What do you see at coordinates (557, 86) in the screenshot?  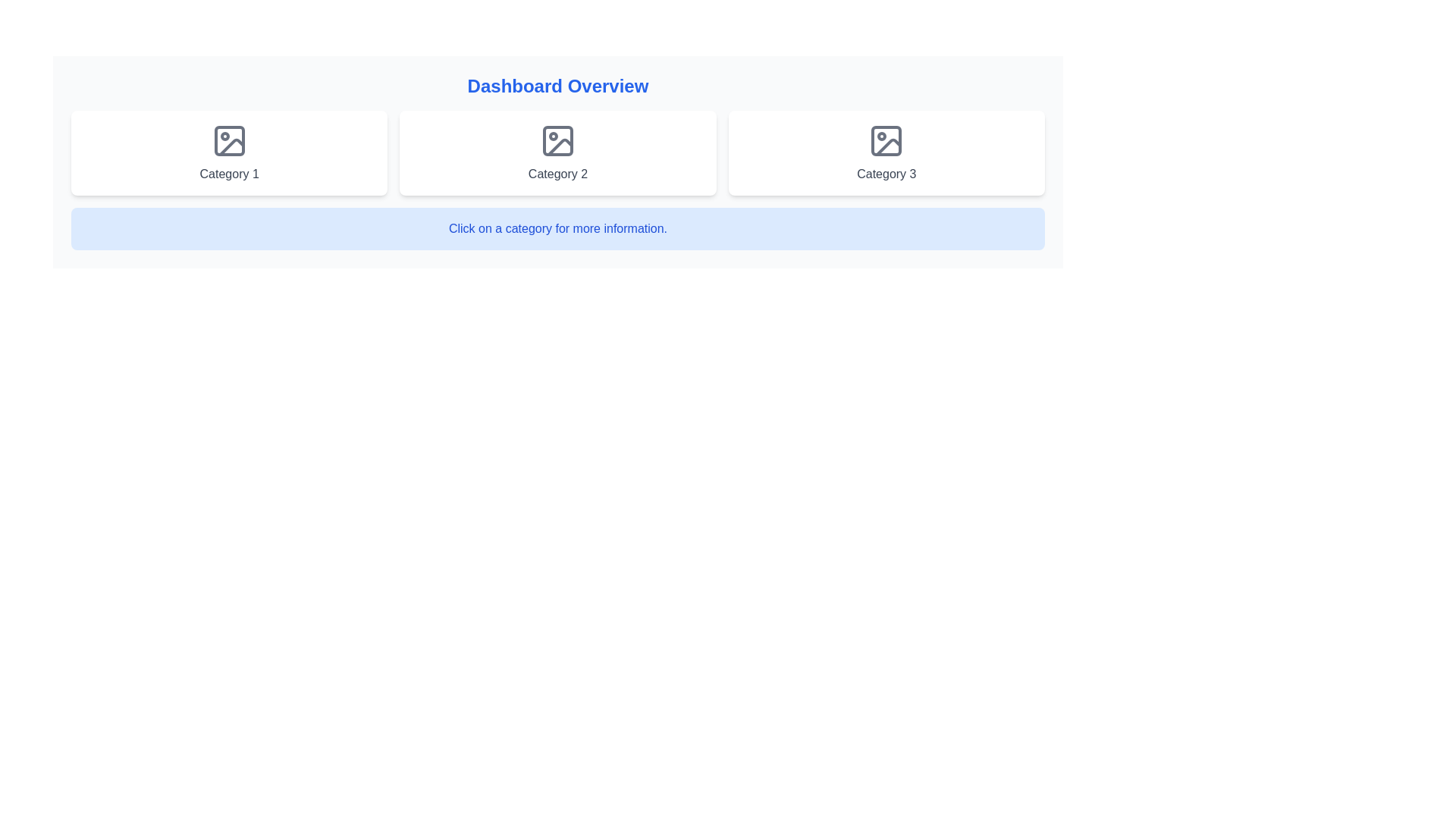 I see `displayed text of the prominent blue Heading text element located near the top center of the interface, above three category cards` at bounding box center [557, 86].